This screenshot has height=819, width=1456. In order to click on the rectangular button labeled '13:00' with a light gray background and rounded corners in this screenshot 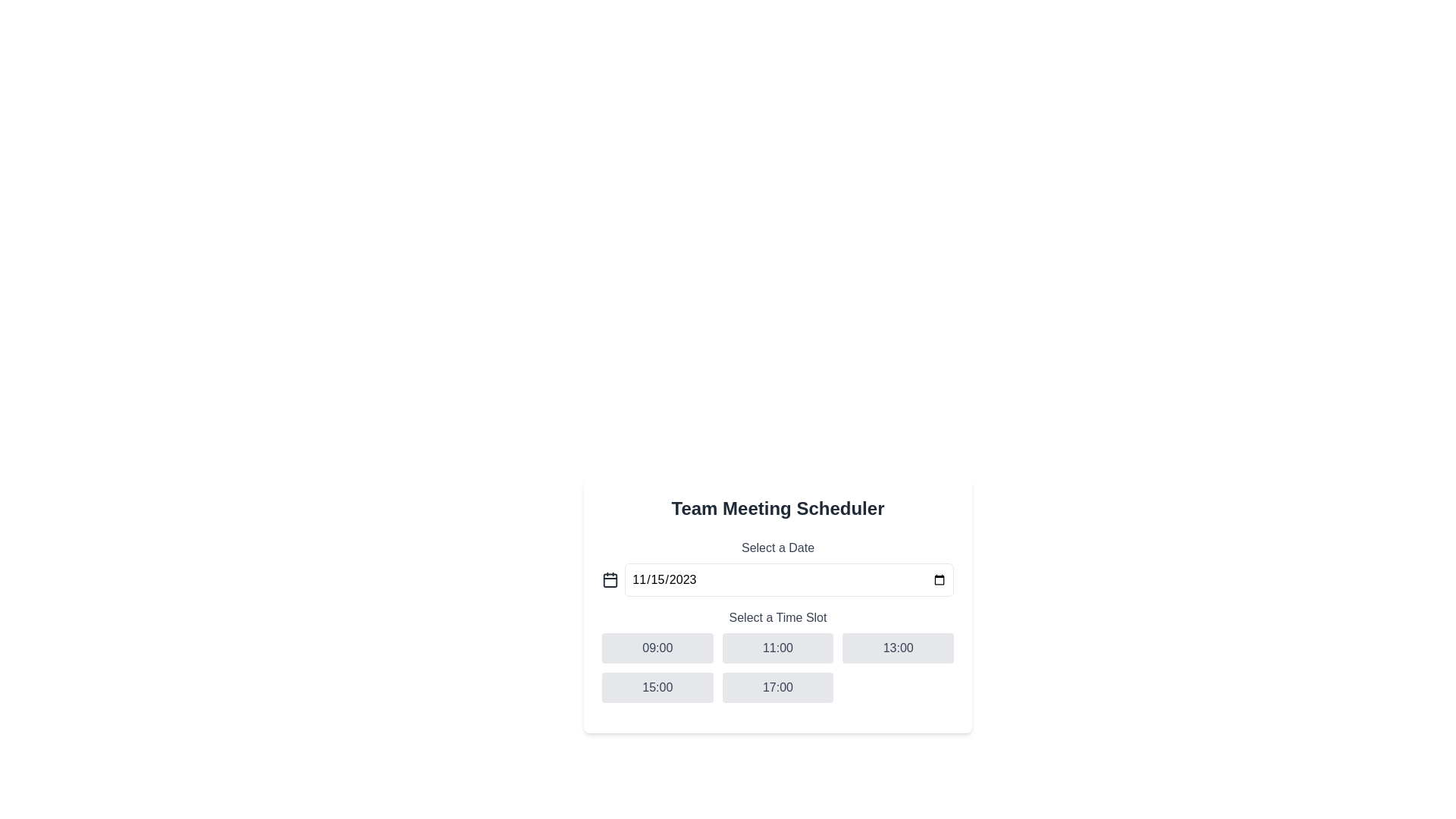, I will do `click(898, 648)`.